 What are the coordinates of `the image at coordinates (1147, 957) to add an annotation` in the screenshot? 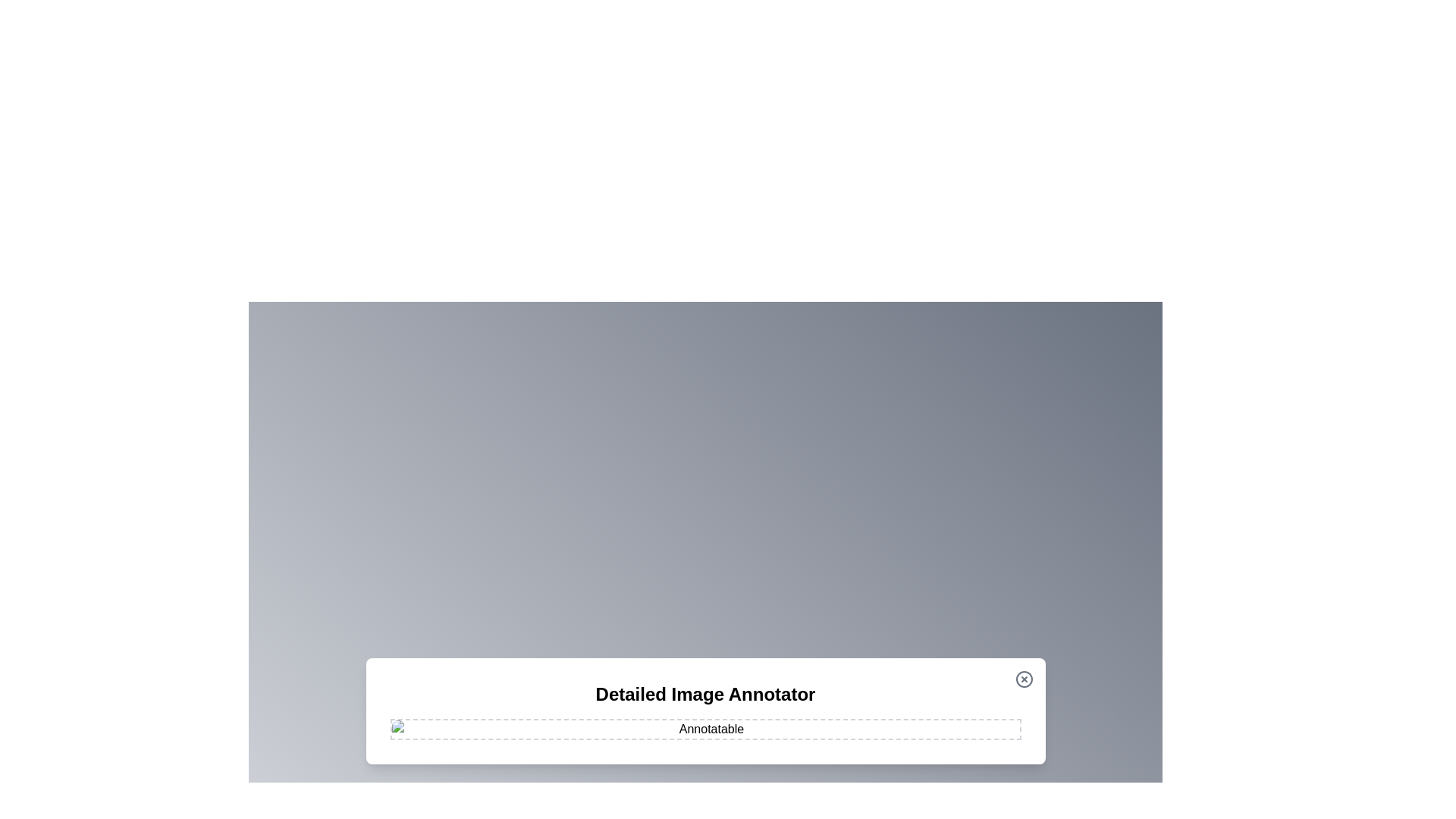 It's located at (870, 724).